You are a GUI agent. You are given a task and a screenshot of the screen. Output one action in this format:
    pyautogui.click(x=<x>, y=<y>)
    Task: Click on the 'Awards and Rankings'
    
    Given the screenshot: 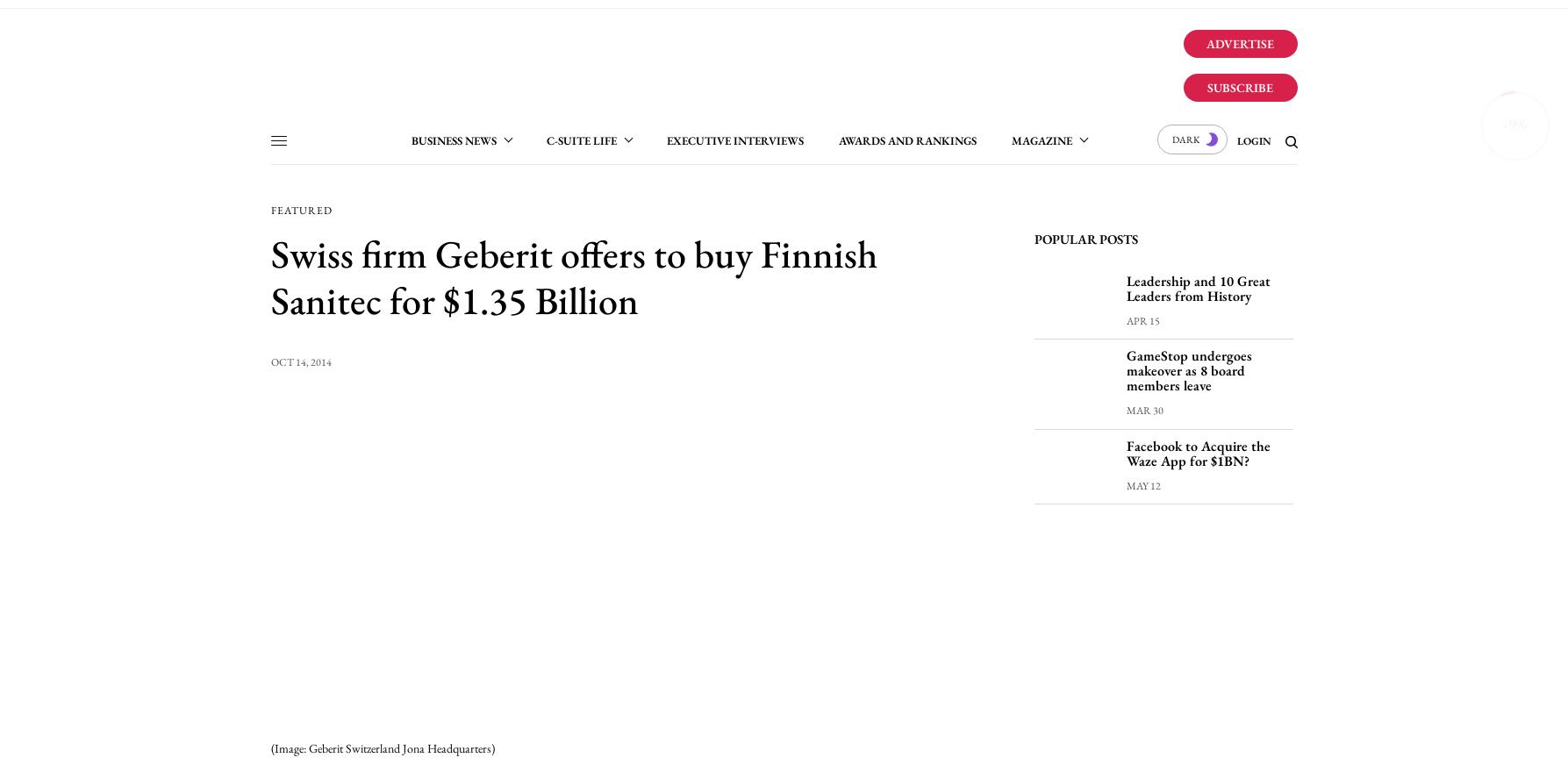 What is the action you would take?
    pyautogui.click(x=906, y=140)
    